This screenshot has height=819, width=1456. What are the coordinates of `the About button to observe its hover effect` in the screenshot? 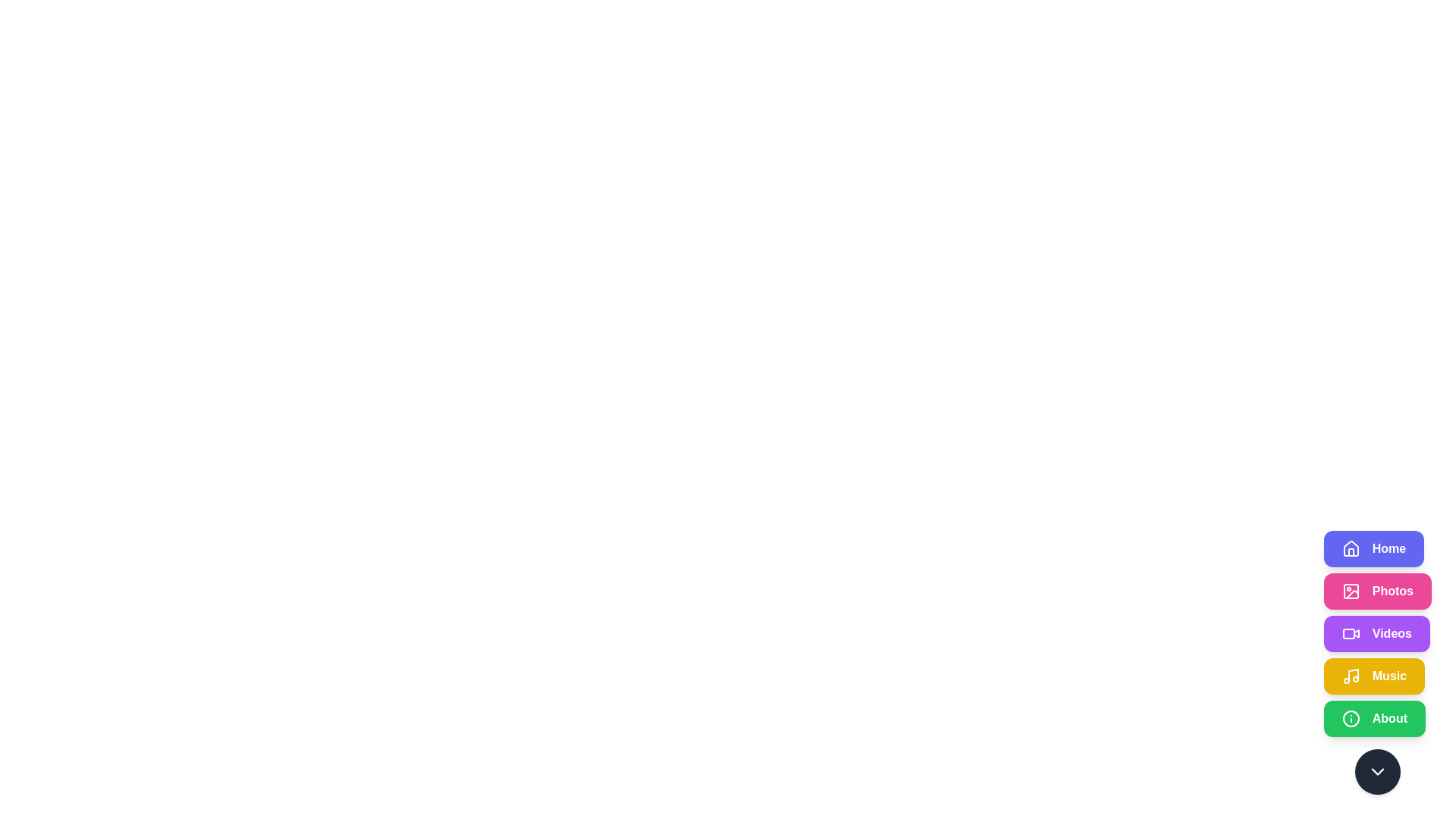 It's located at (1374, 718).